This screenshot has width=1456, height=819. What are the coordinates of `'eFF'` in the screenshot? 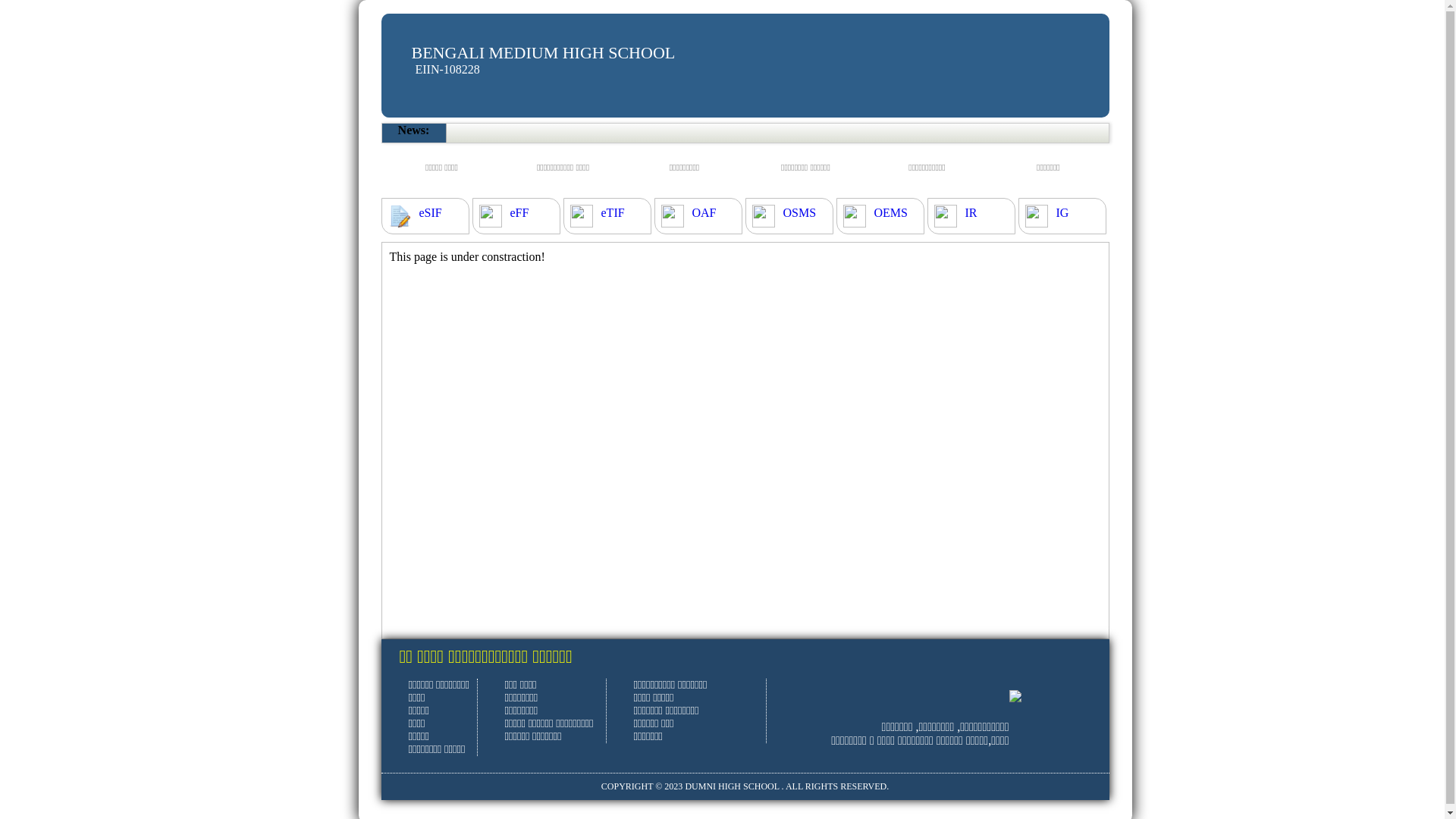 It's located at (519, 213).